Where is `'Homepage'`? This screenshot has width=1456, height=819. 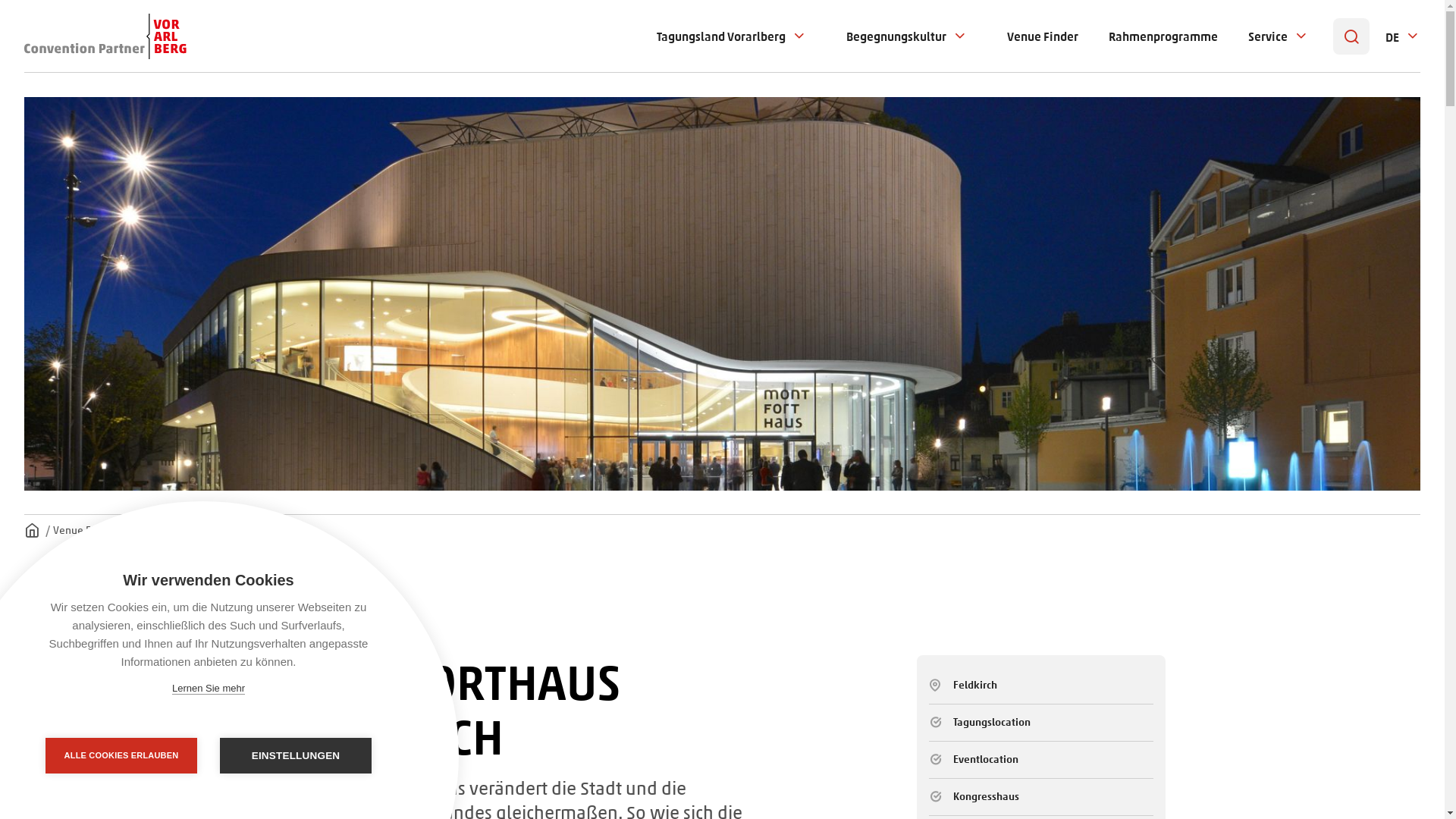 'Homepage' is located at coordinates (24, 529).